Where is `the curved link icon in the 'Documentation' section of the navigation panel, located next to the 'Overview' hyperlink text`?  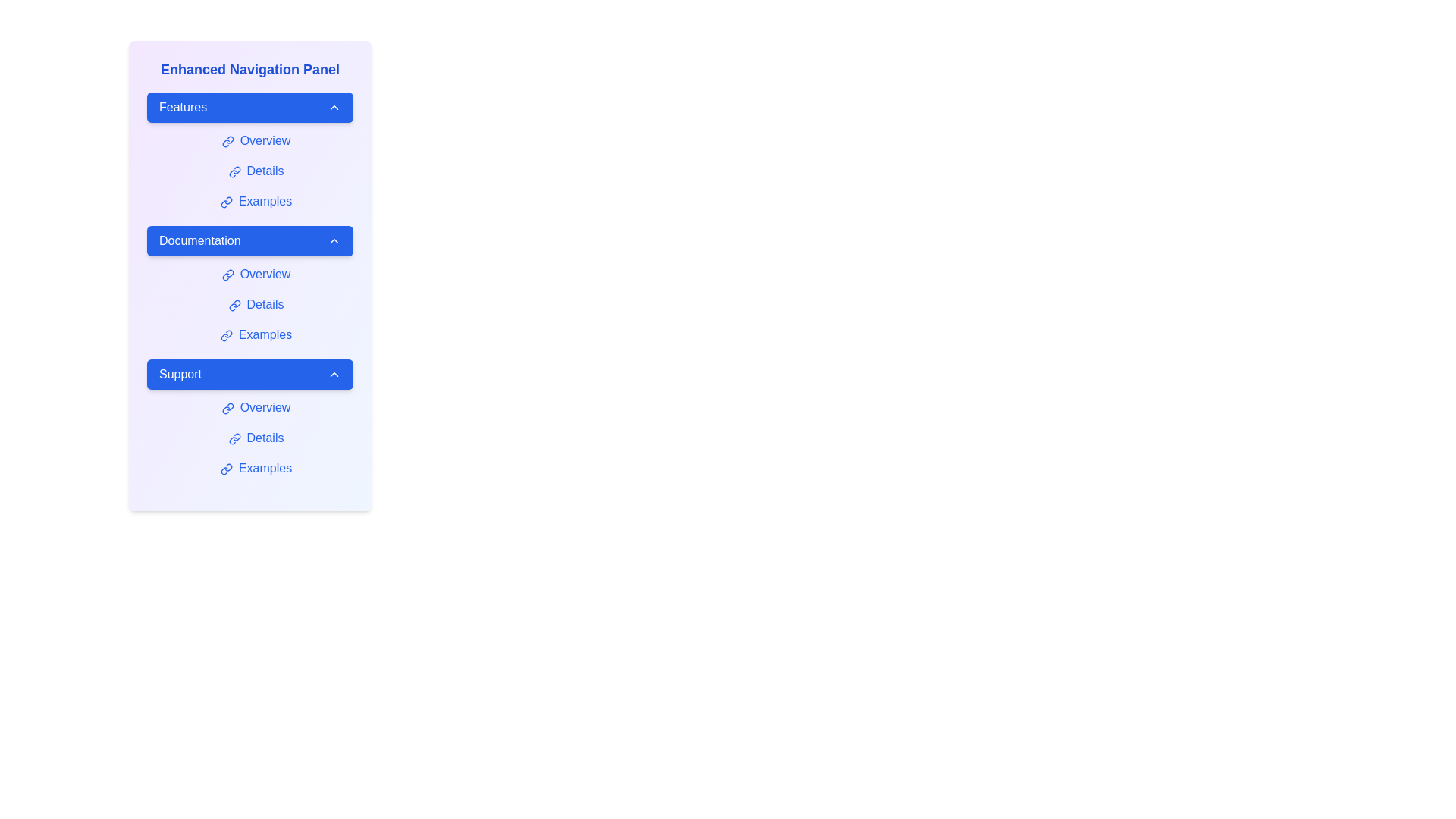
the curved link icon in the 'Documentation' section of the navigation panel, located next to the 'Overview' hyperlink text is located at coordinates (224, 277).